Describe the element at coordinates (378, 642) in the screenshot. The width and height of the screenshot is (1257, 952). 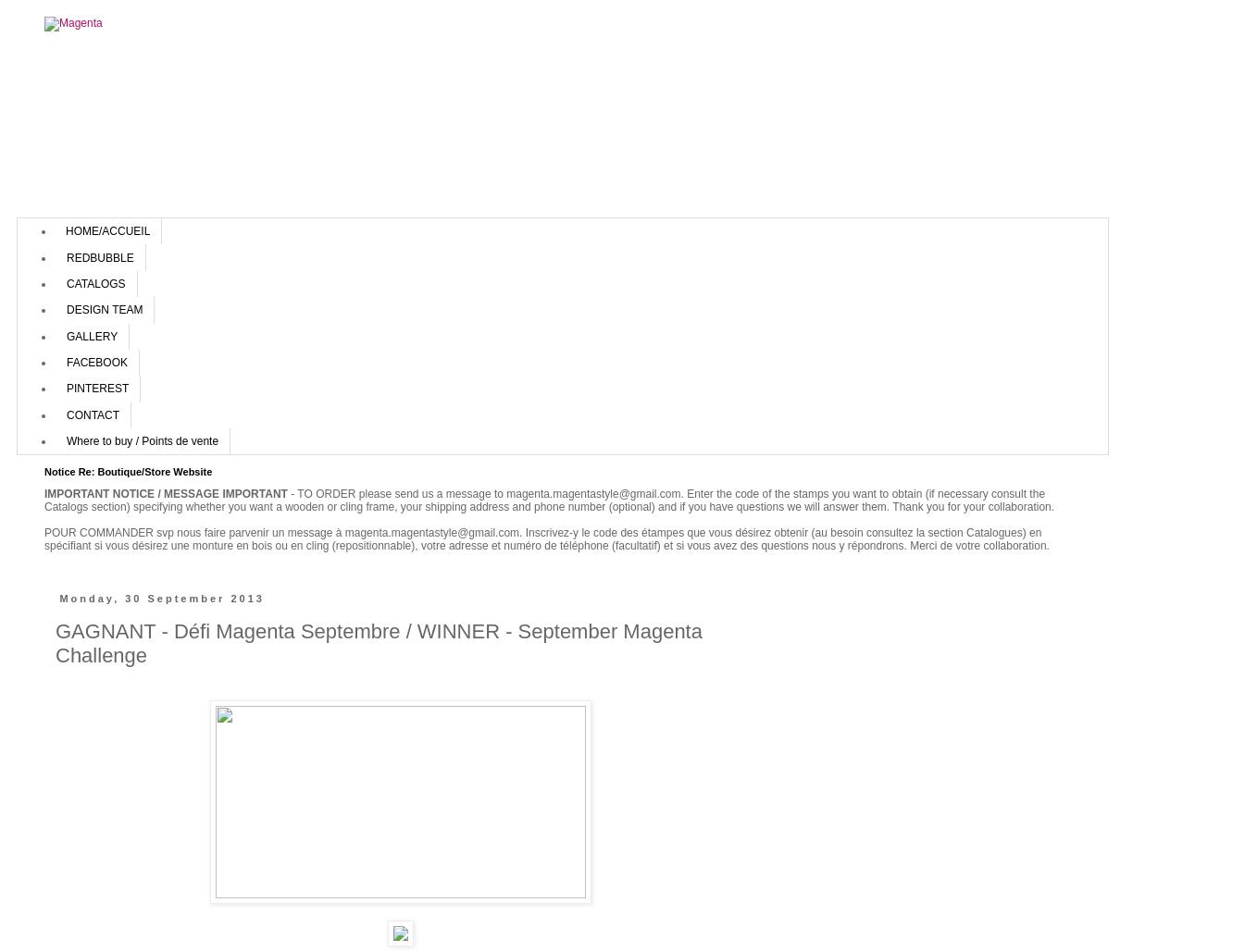
I see `'GAGNANT - Défi Magenta Septembre / WINNER - September Magenta Challenge'` at that location.